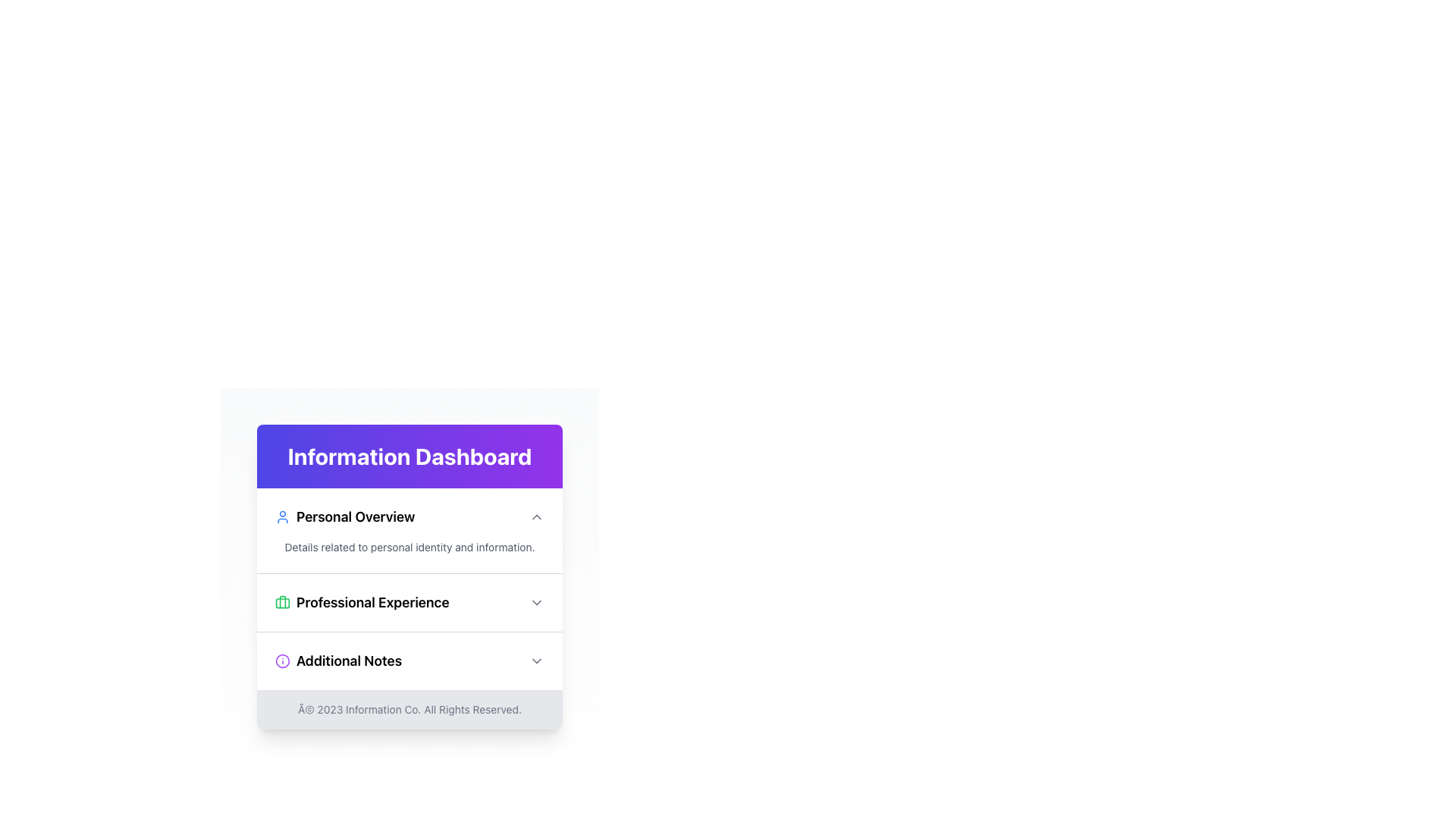 This screenshot has width=1456, height=819. I want to click on the 'Personal Overview' icon located in the sidebar menu, which signifies personal identity or profile-related content, so click(283, 516).